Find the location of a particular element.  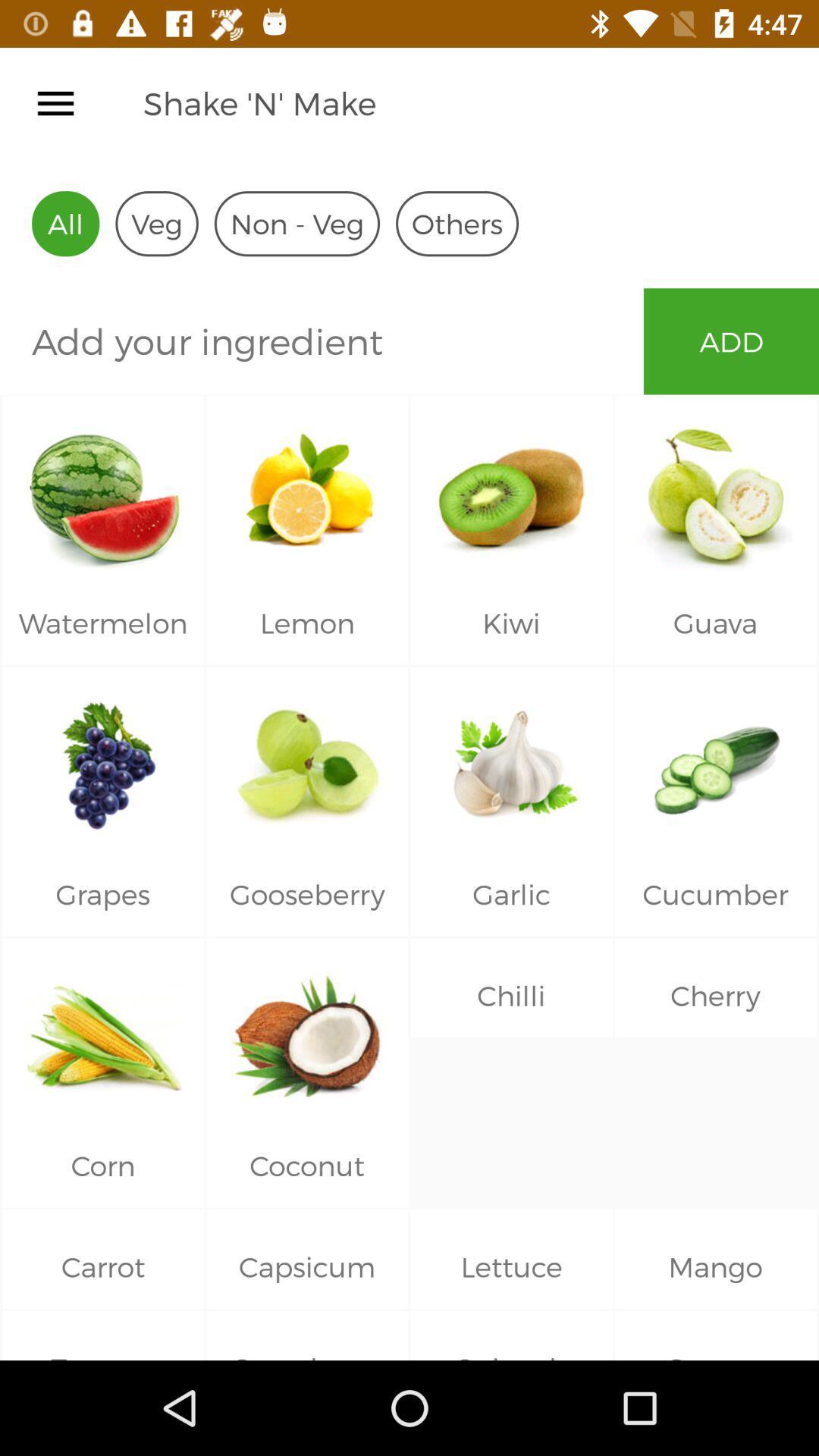

all is located at coordinates (64, 222).